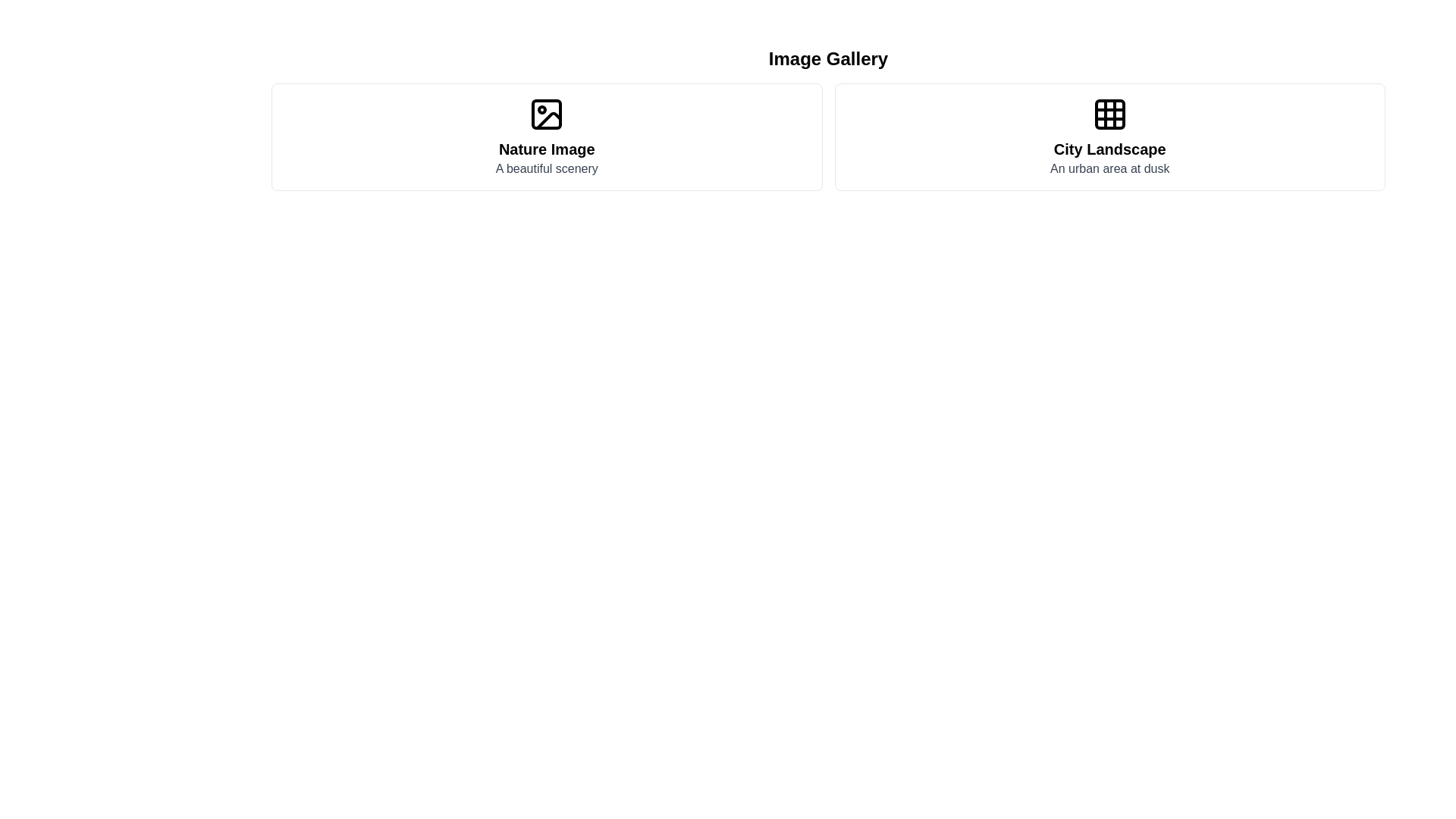 The width and height of the screenshot is (1456, 819). Describe the element at coordinates (1109, 137) in the screenshot. I see `the icon in the section representing an urban cityscape at dusk` at that location.